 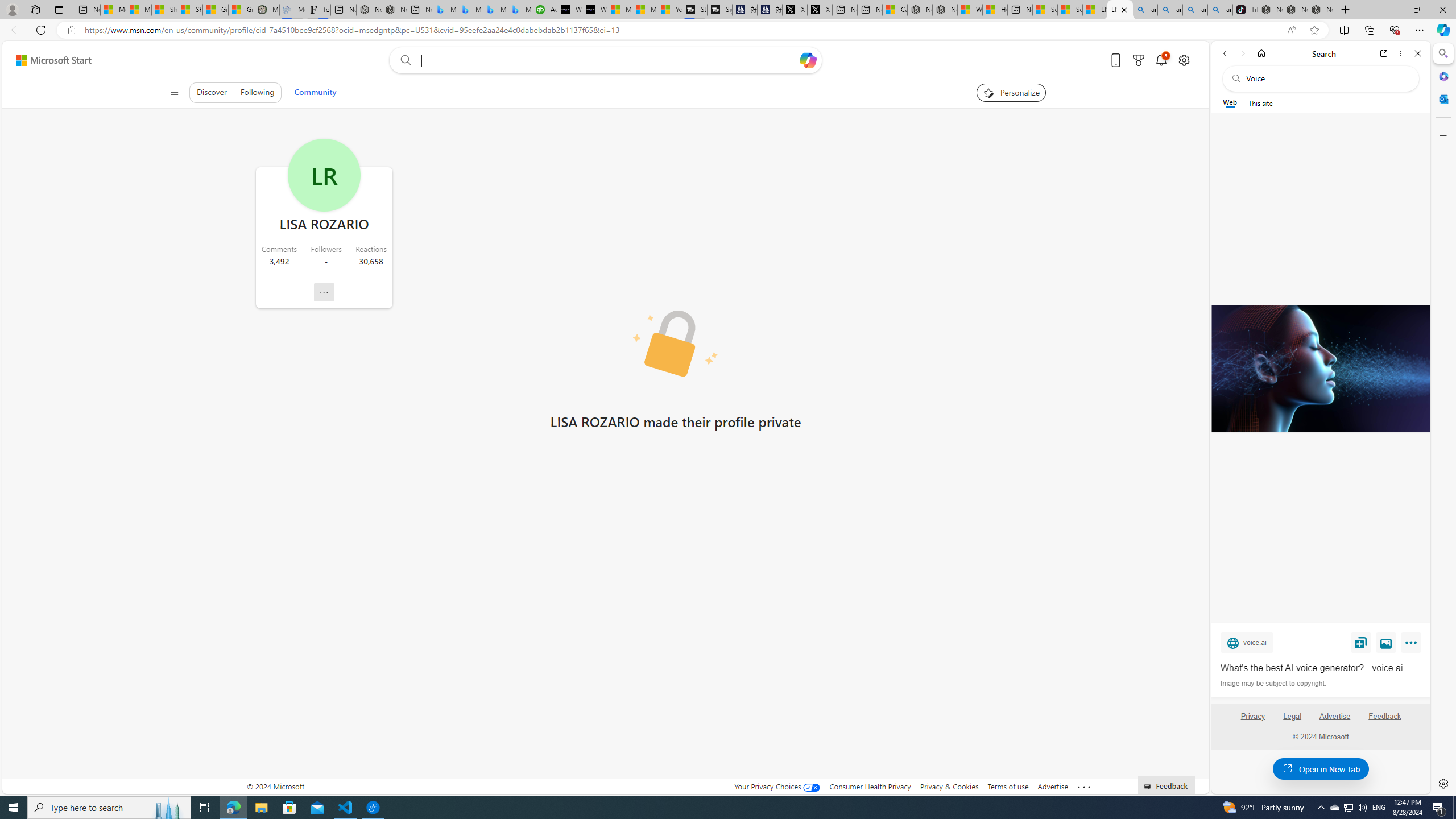 I want to click on 'voice.ai', so click(x=1247, y=642).